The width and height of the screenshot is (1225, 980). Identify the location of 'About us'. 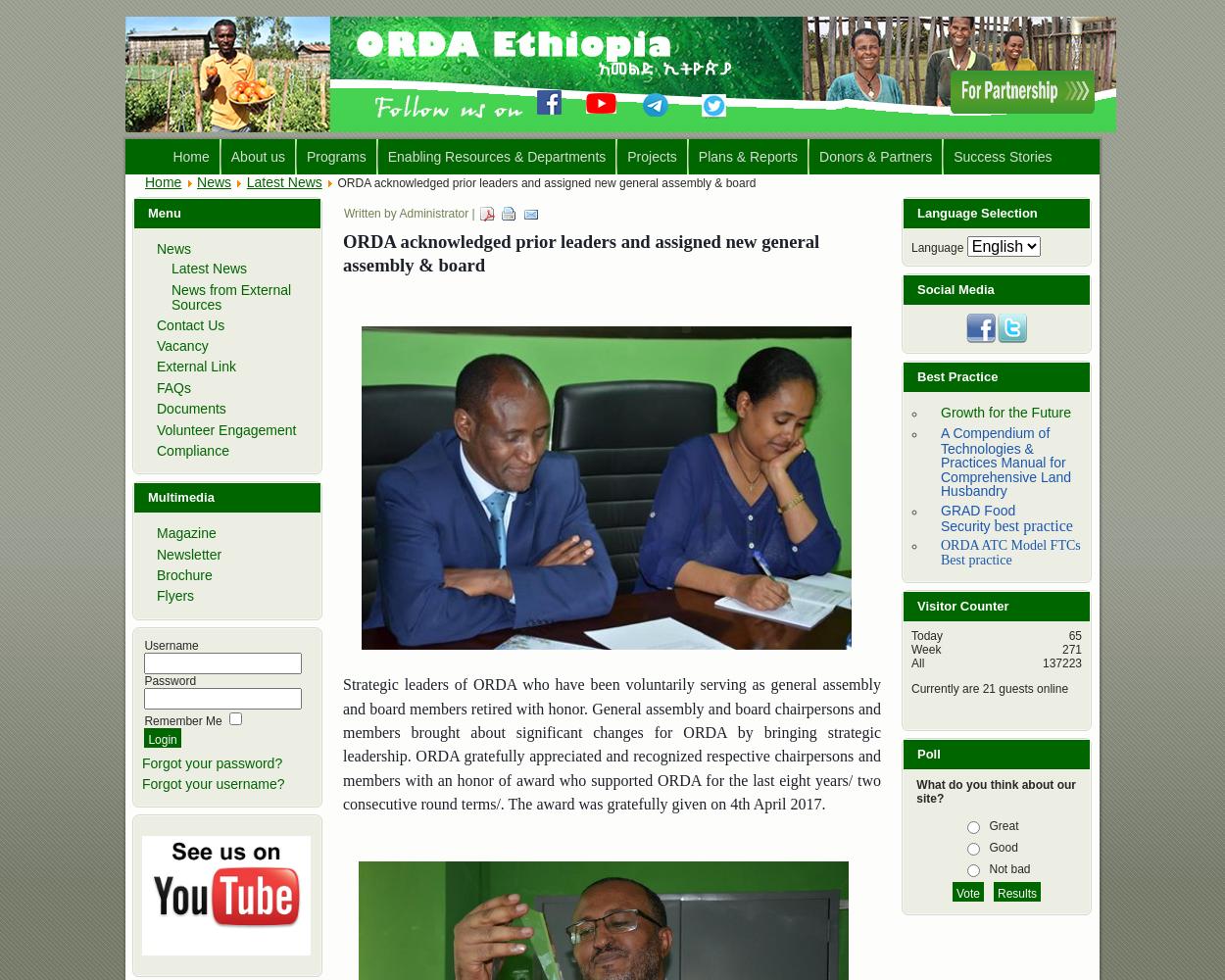
(258, 157).